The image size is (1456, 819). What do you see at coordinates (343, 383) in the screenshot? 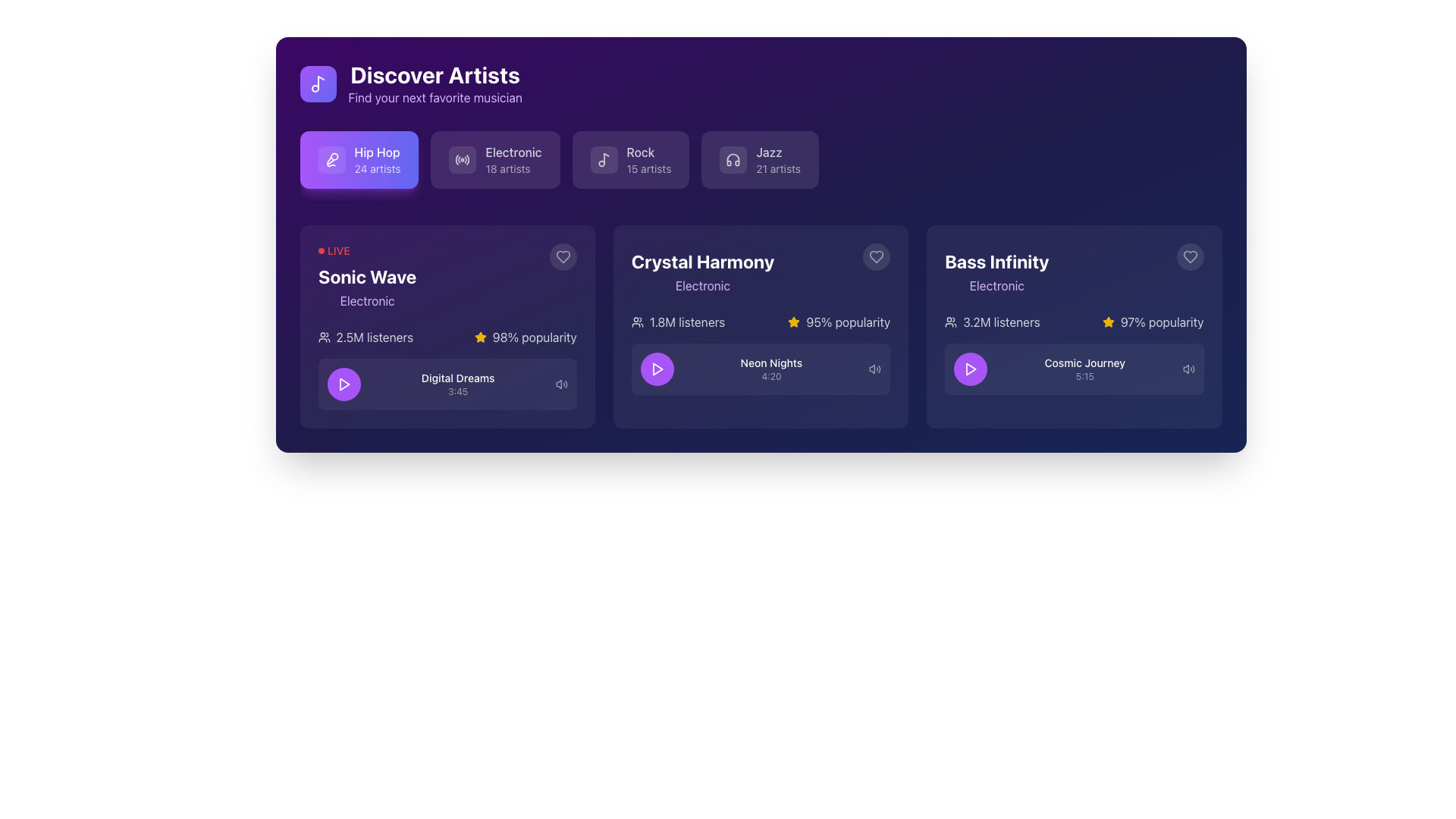
I see `the play button for the music track 'Digital Dreams' located at the bottom left of the 'Sonic Wave' card` at bounding box center [343, 383].